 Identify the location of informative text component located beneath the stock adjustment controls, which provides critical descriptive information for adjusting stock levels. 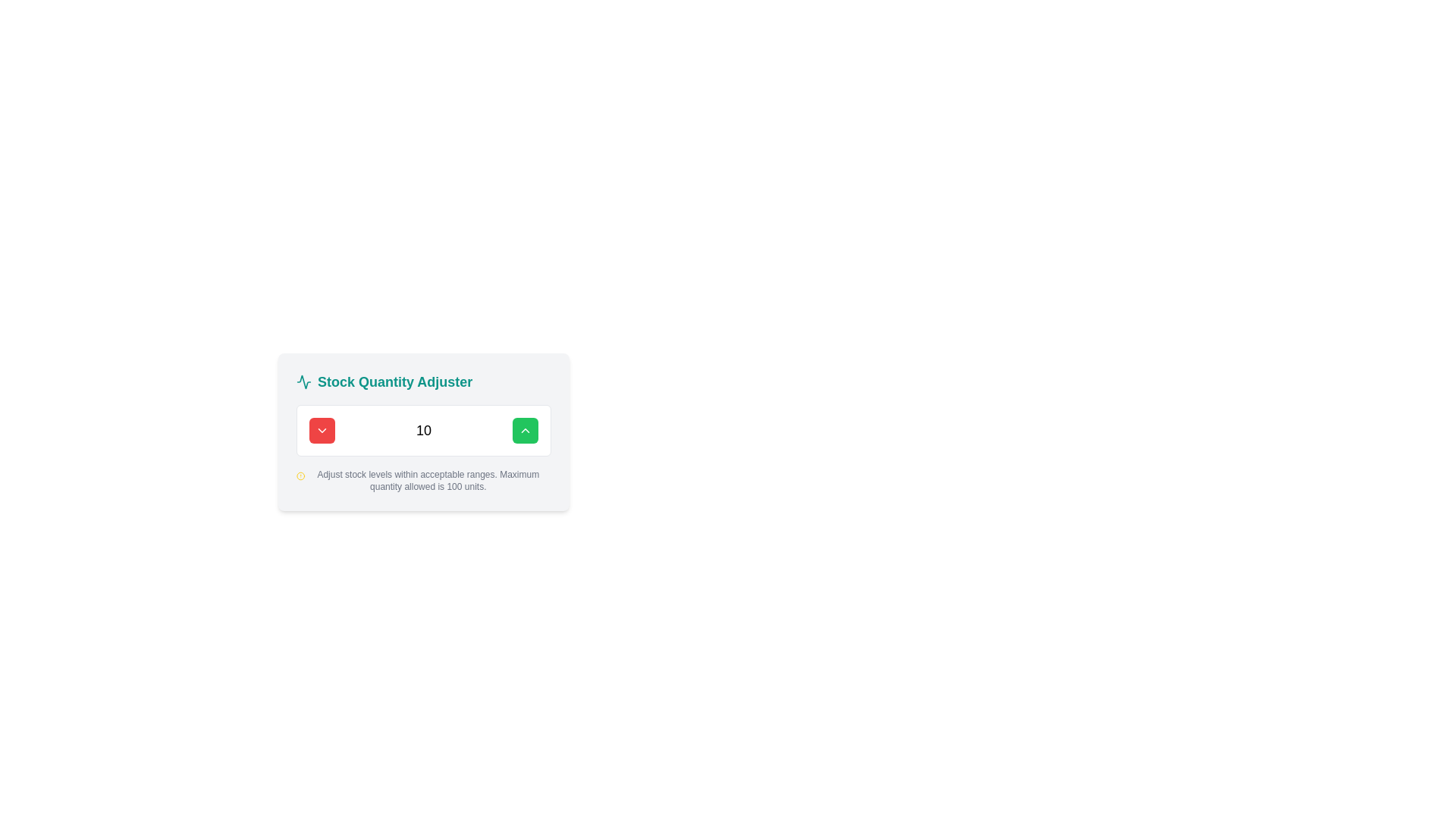
(427, 480).